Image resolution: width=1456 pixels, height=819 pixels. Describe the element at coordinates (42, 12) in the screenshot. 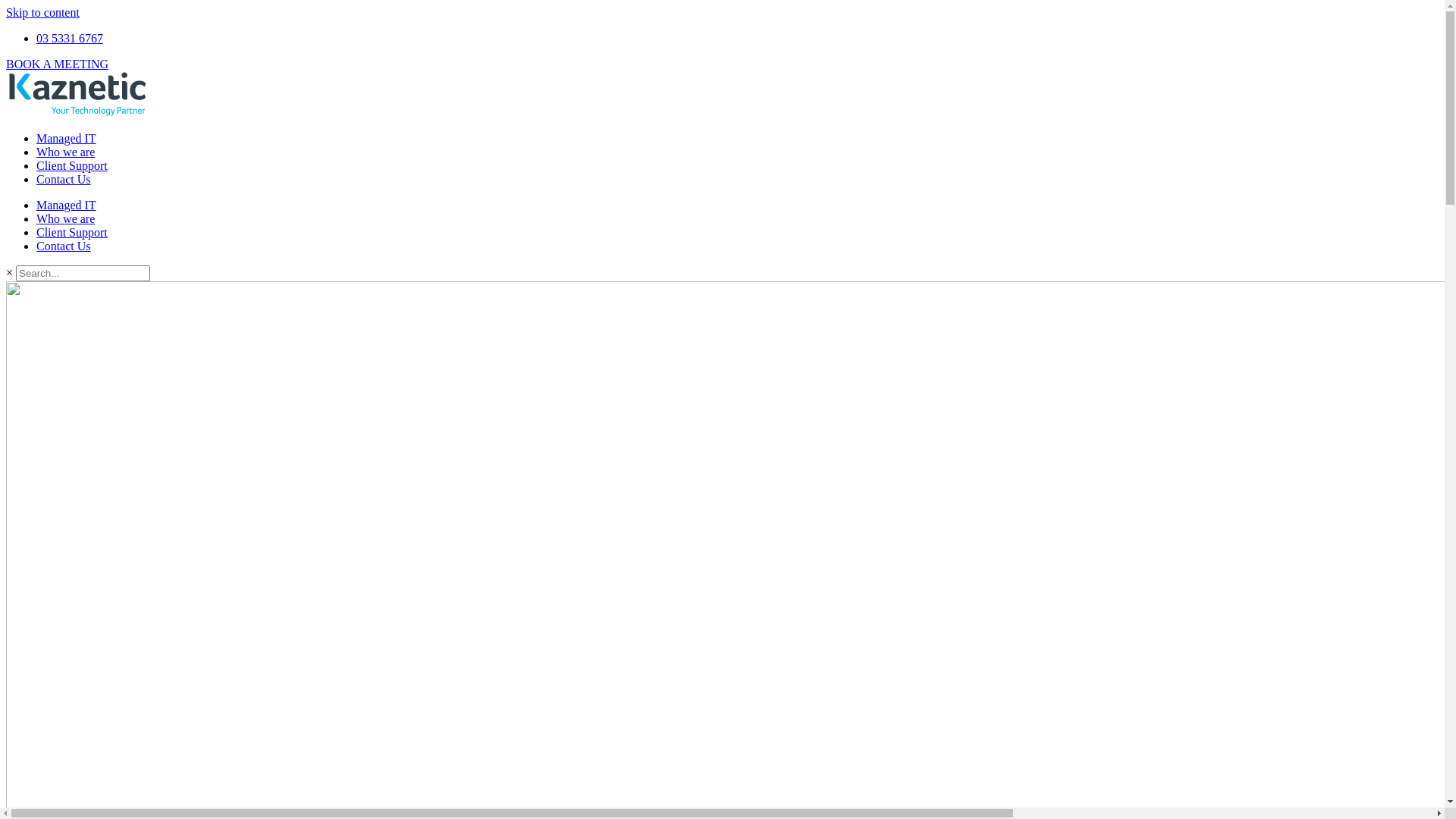

I see `'Skip to content'` at that location.